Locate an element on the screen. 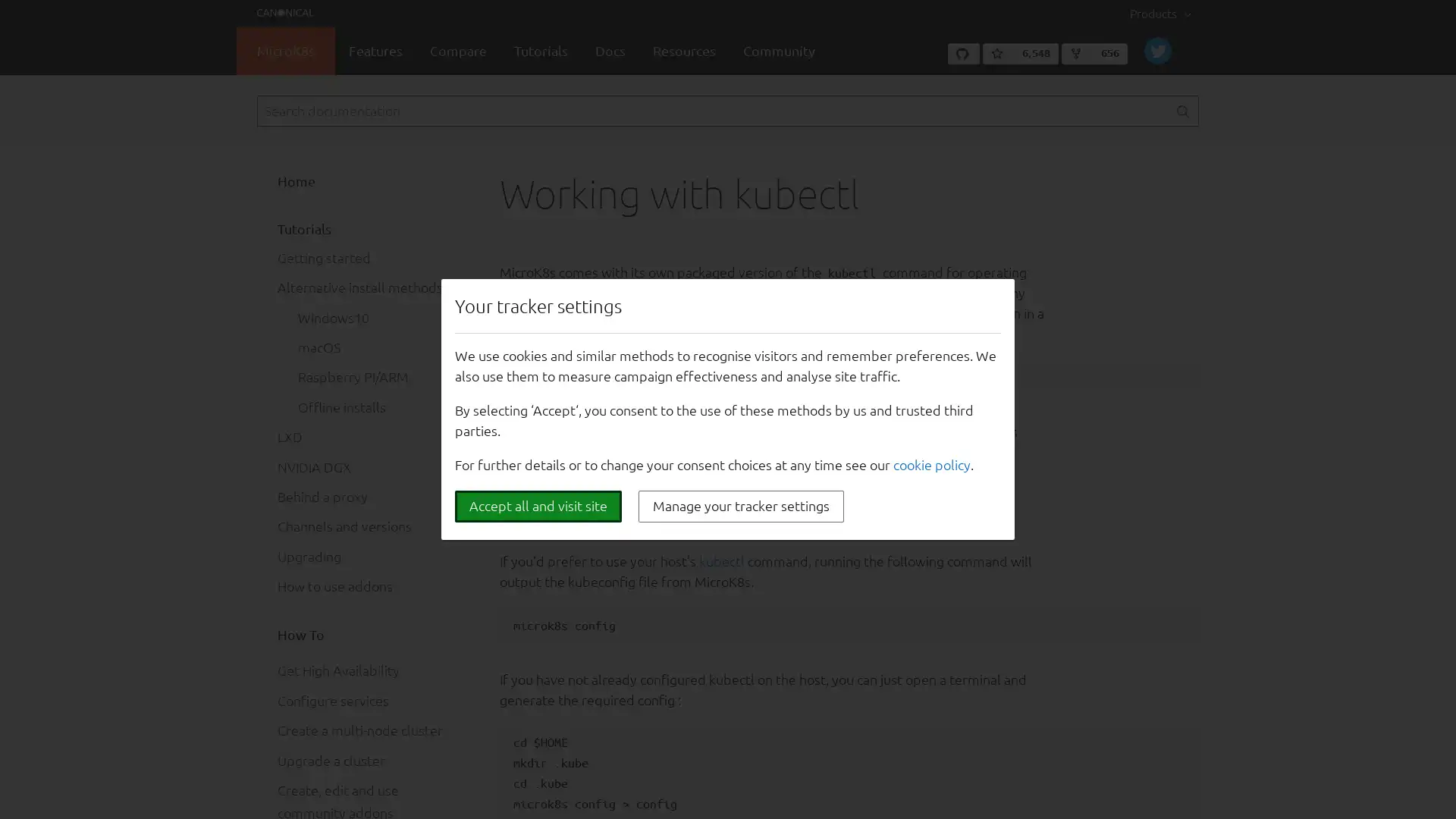 This screenshot has width=1456, height=819. Search is located at coordinates (1181, 110).